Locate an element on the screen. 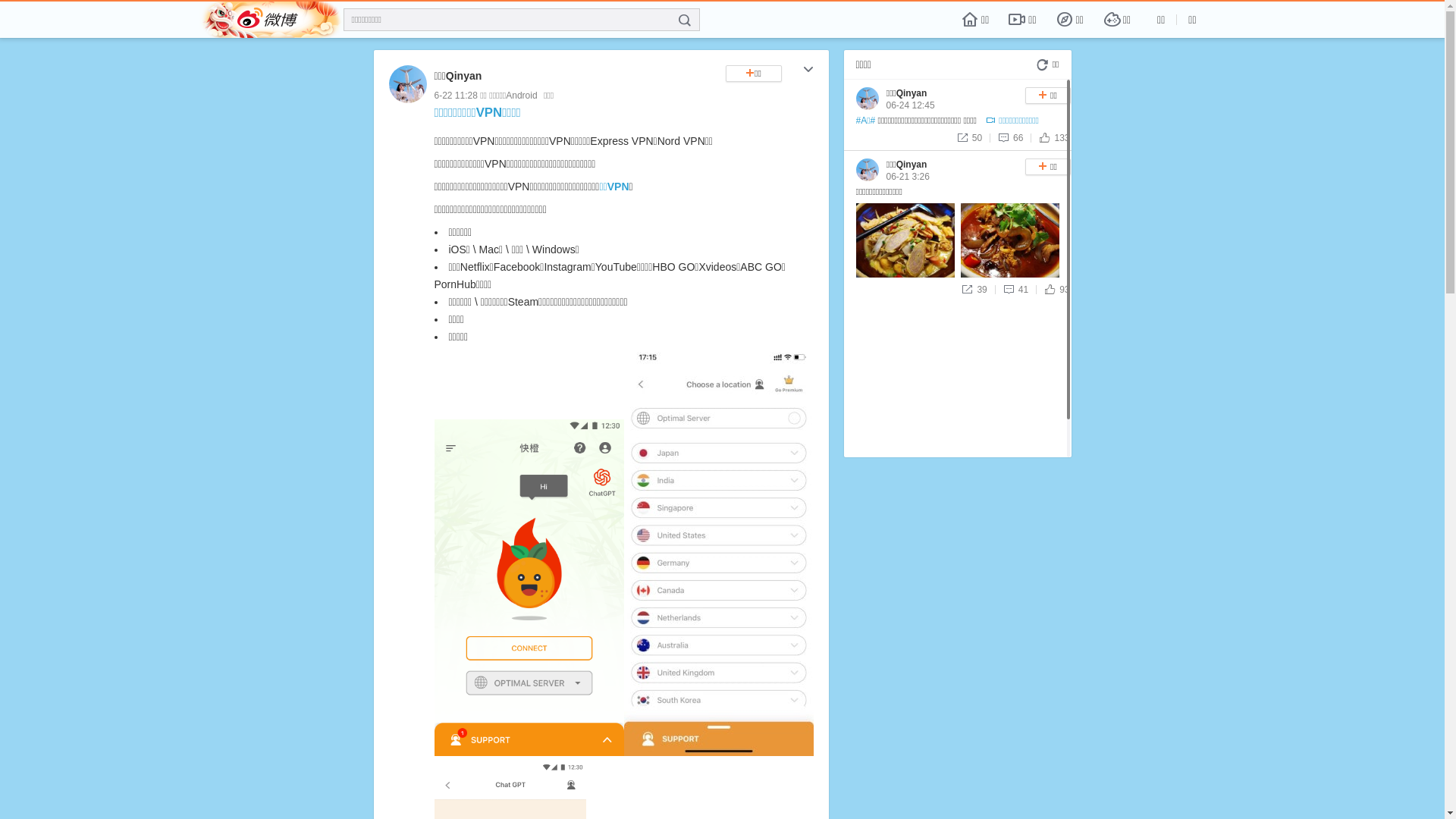 Image resolution: width=1456 pixels, height=819 pixels. 'f' is located at coordinates (683, 20).